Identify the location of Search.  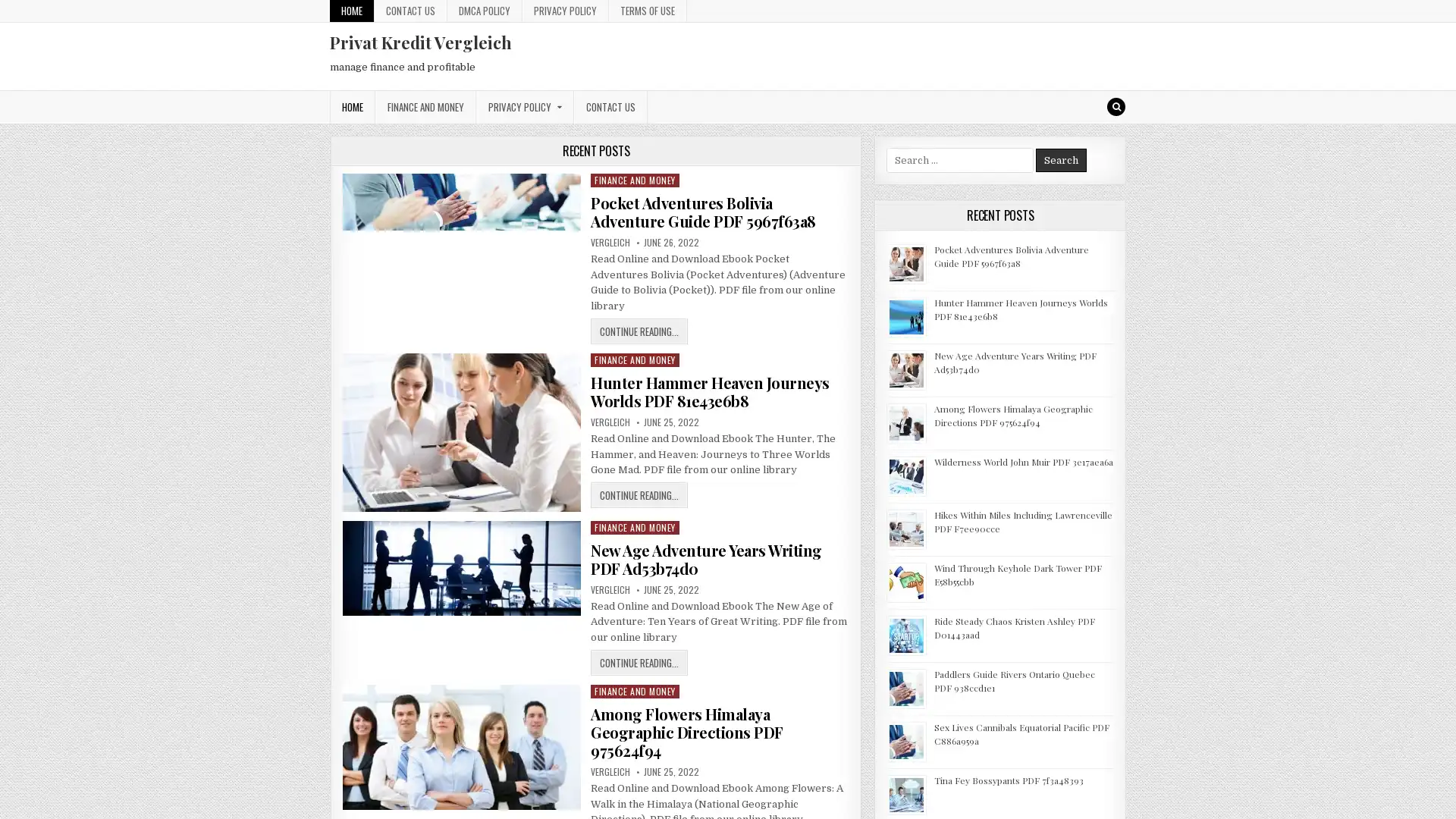
(1060, 160).